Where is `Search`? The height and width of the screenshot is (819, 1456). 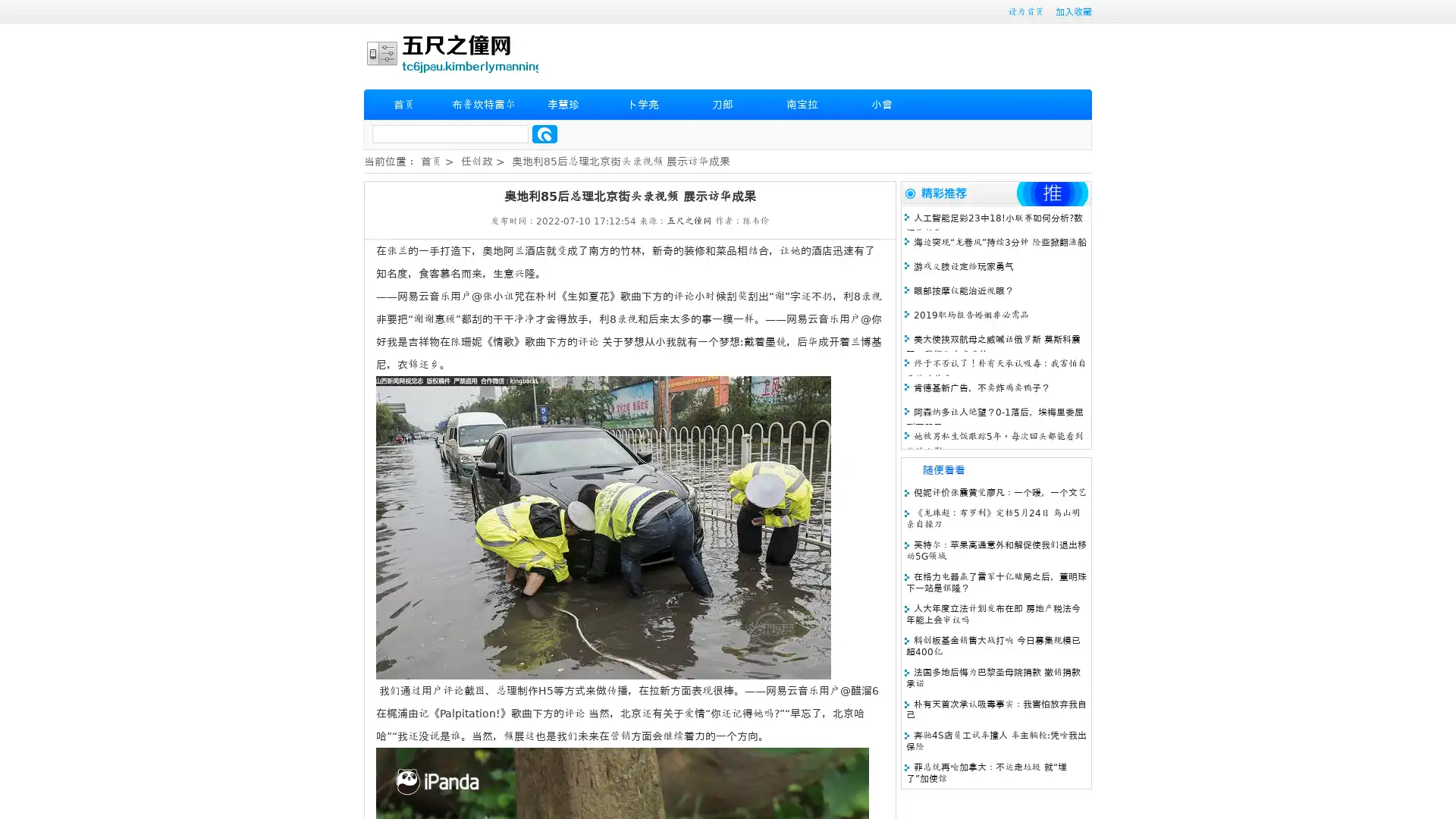
Search is located at coordinates (544, 133).